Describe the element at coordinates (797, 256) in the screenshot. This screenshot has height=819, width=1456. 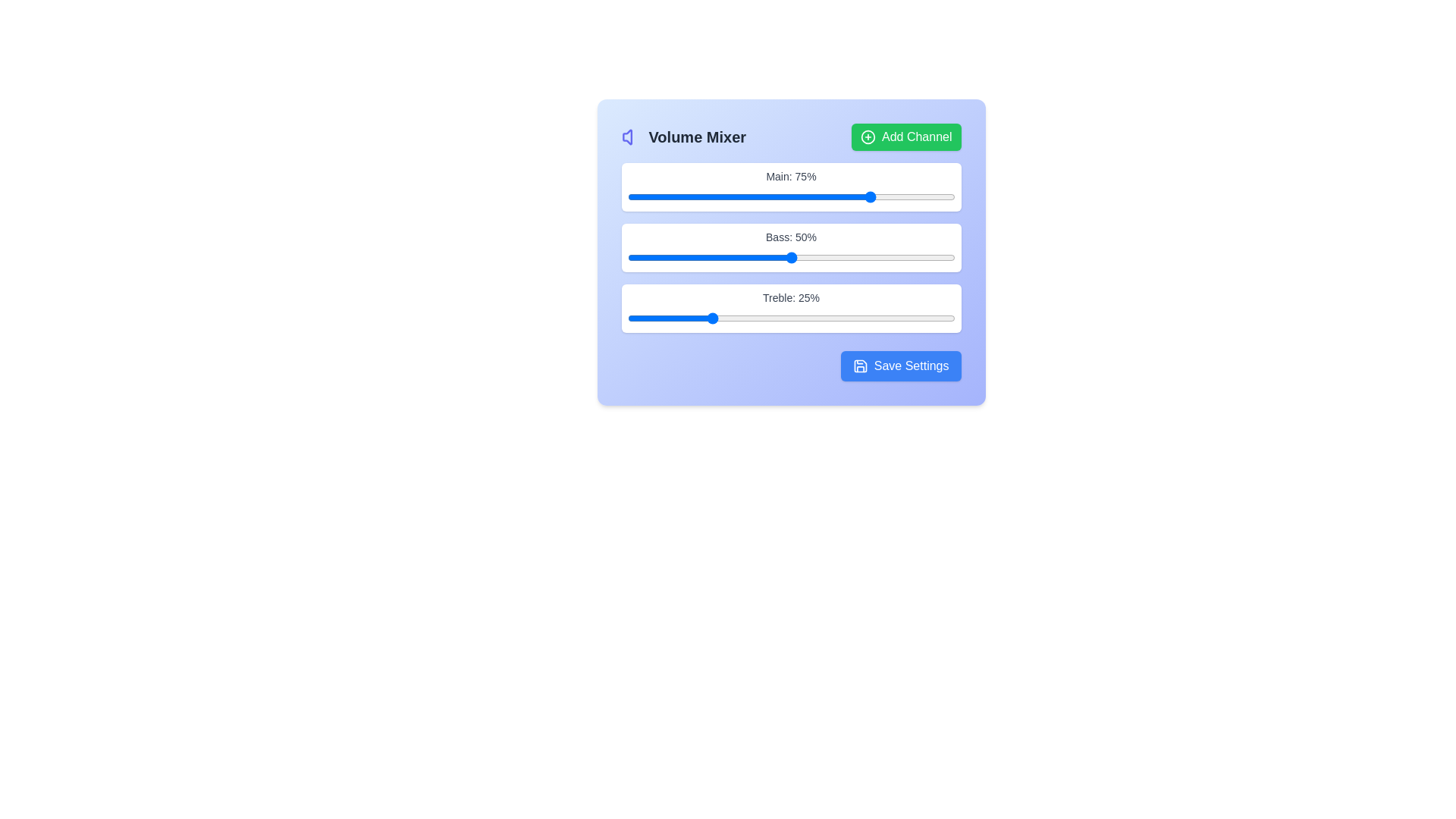
I see `bass level` at that location.